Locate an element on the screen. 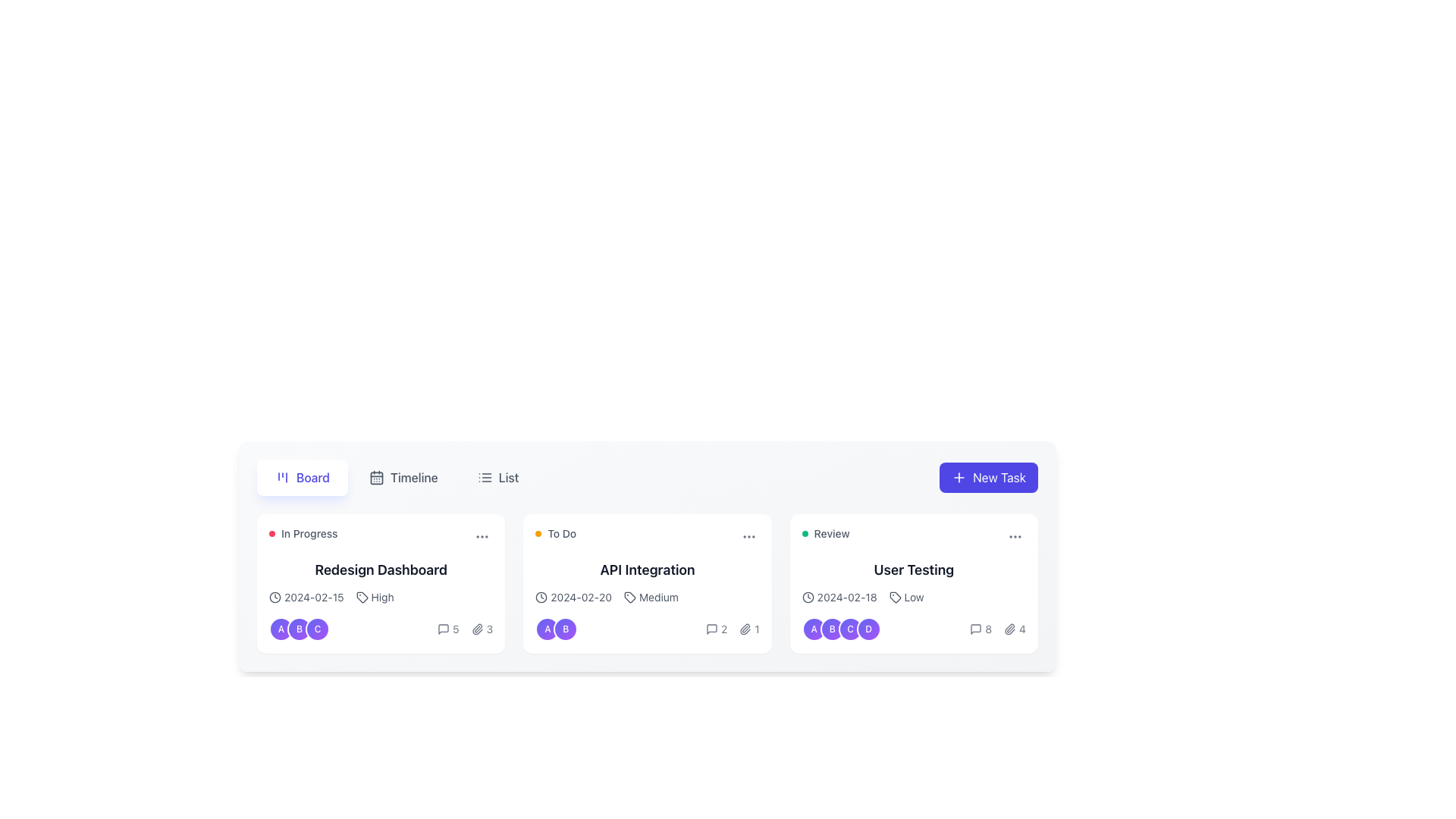 This screenshot has height=819, width=1456. the Ellipsis menu icon, which is a set of three horizontally aligned gray dots located at the top right corner of the 'User Testing' card in the 'Review' column is located at coordinates (1015, 536).